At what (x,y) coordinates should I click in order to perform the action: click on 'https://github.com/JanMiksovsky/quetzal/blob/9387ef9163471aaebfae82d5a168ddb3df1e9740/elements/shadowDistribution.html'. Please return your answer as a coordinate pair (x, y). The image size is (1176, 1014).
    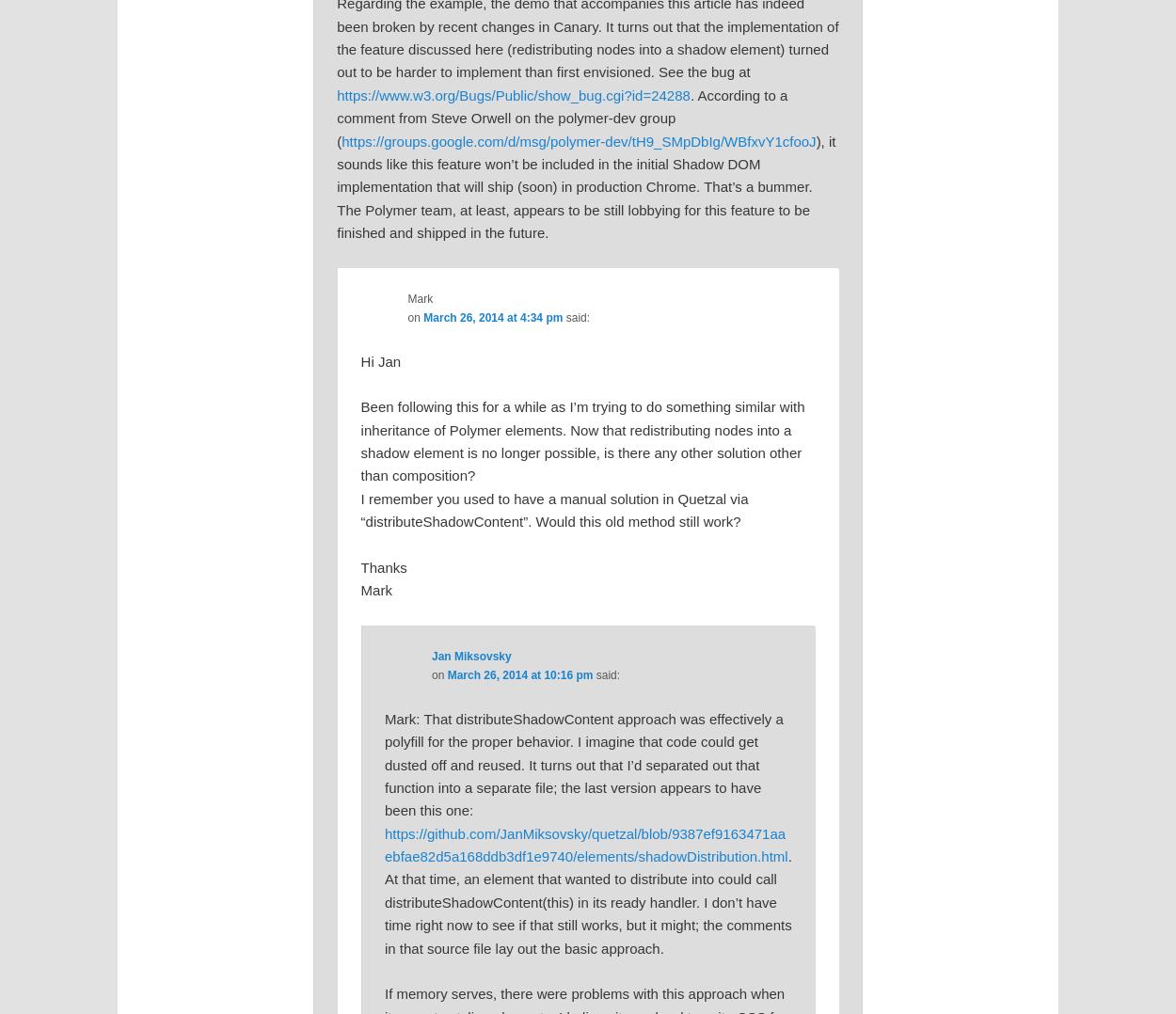
    Looking at the image, I should click on (384, 844).